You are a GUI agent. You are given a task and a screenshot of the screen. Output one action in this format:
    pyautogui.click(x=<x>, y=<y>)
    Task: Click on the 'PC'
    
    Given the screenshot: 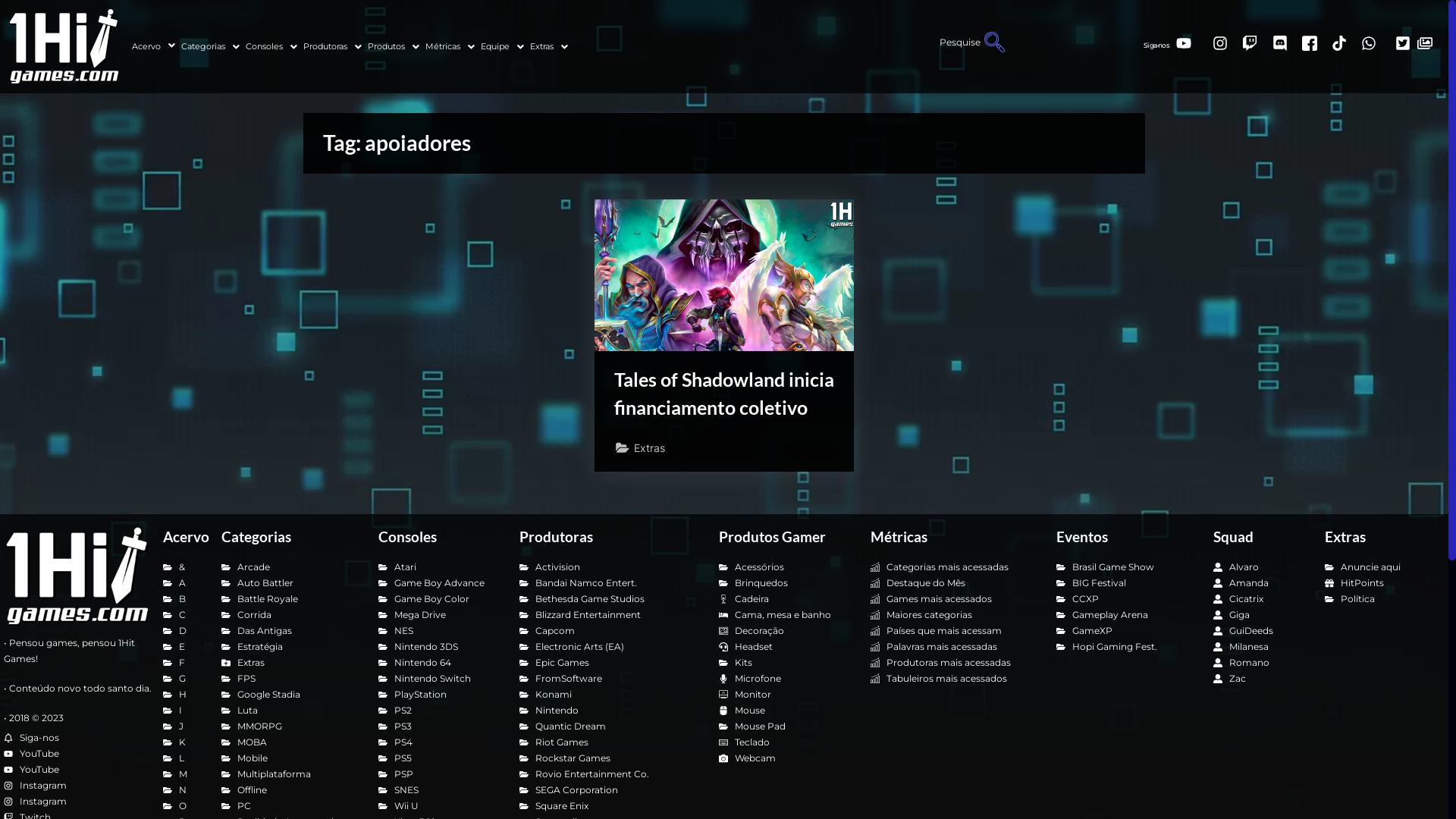 What is the action you would take?
    pyautogui.click(x=292, y=805)
    